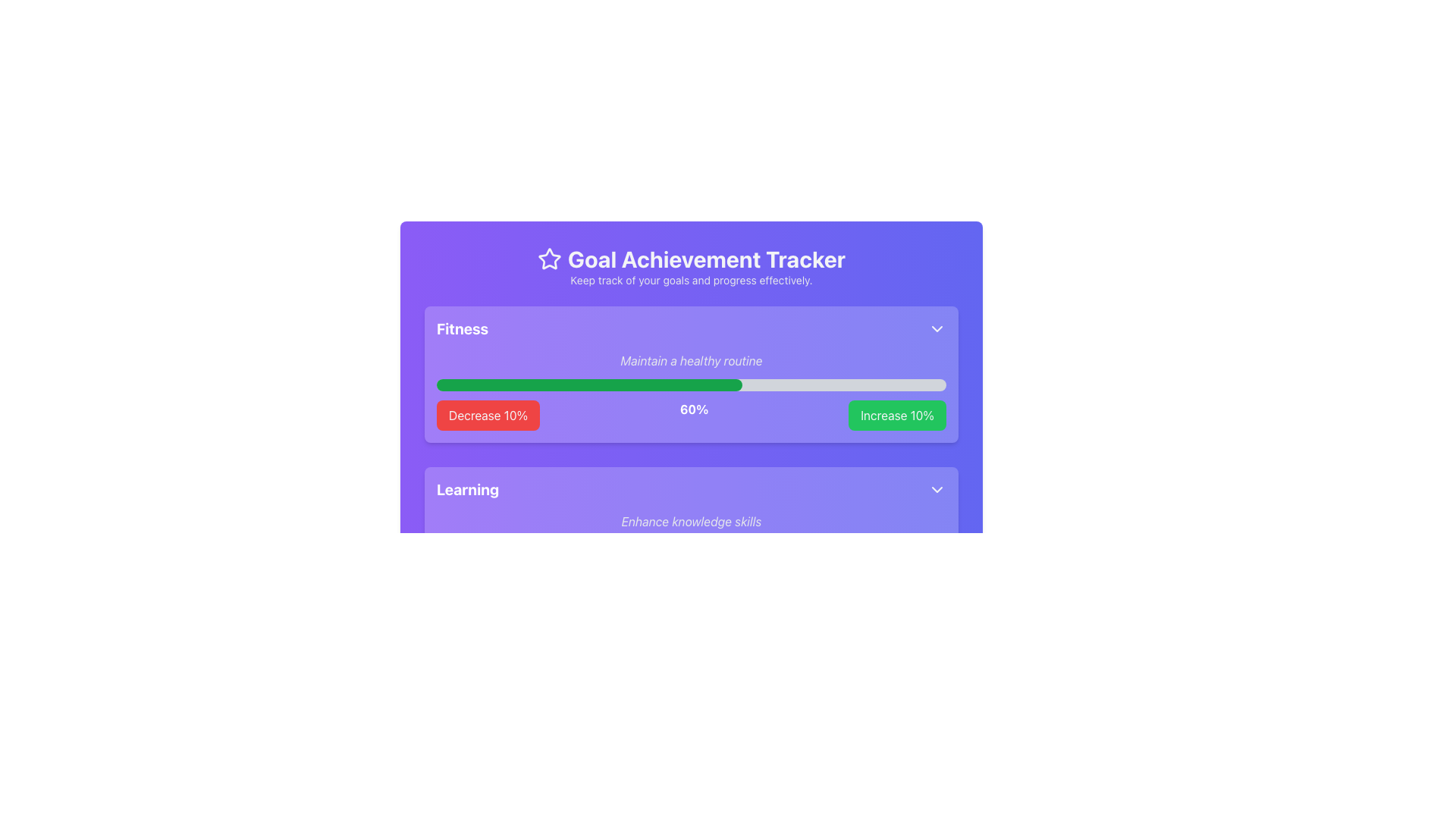  Describe the element at coordinates (588, 384) in the screenshot. I see `the green progress bar in the 'Fitness' section of the 'Goal Achievement Tracker', which is filled to 60% of its width` at that location.